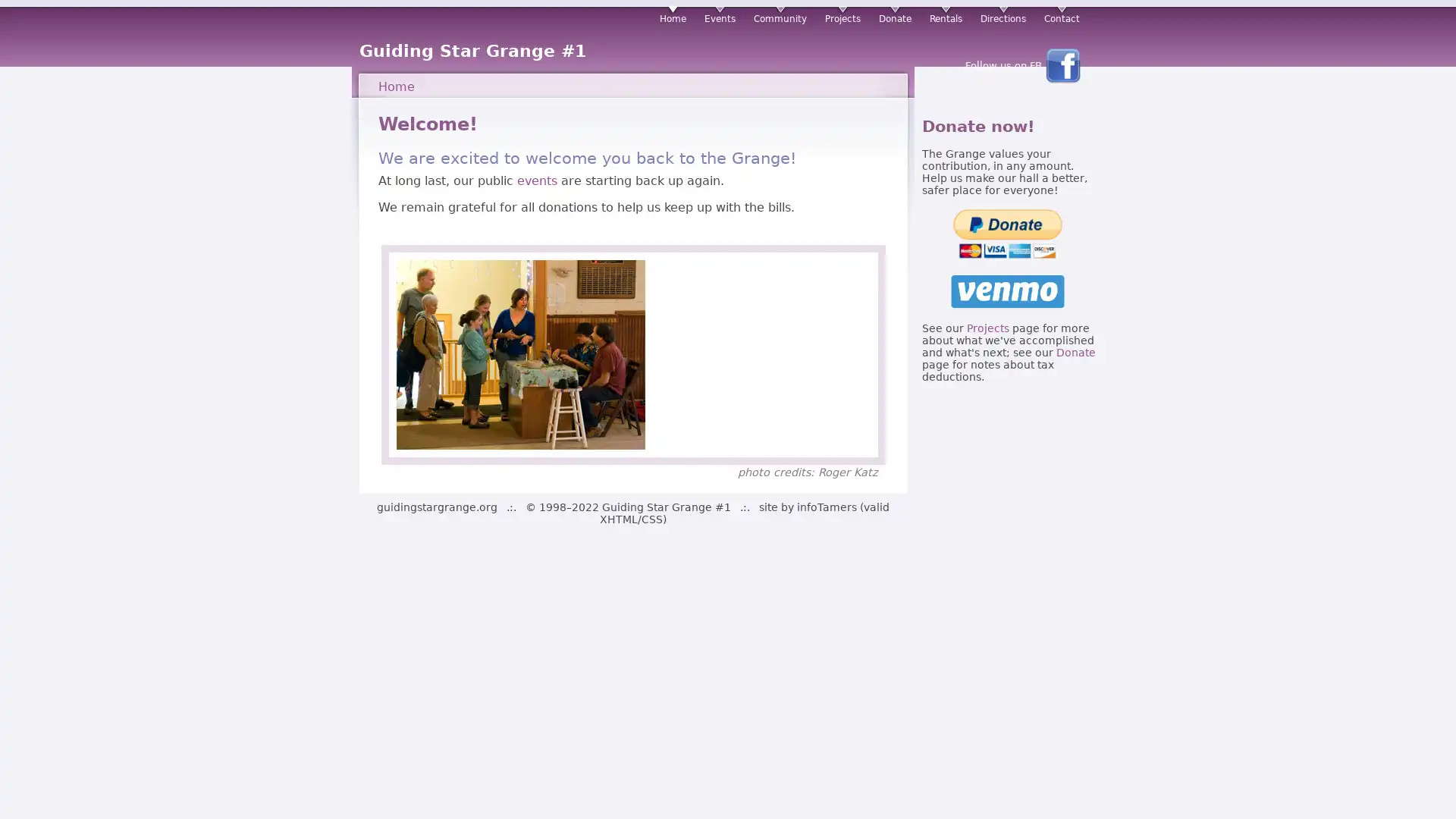  I want to click on PayPal - The safer, easier way to pay online!, so click(1007, 234).